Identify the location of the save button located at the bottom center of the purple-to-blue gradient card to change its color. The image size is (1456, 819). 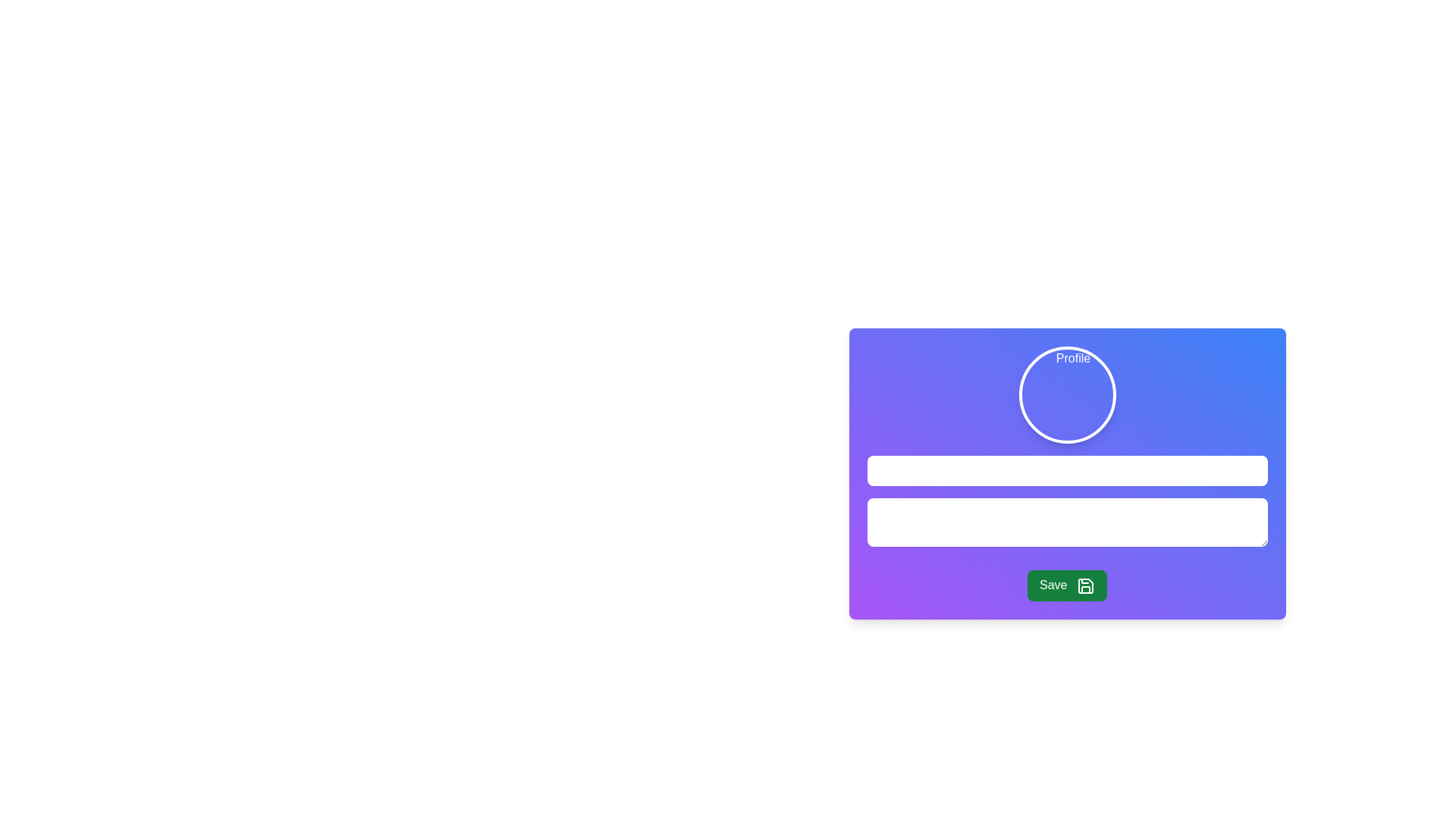
(1066, 585).